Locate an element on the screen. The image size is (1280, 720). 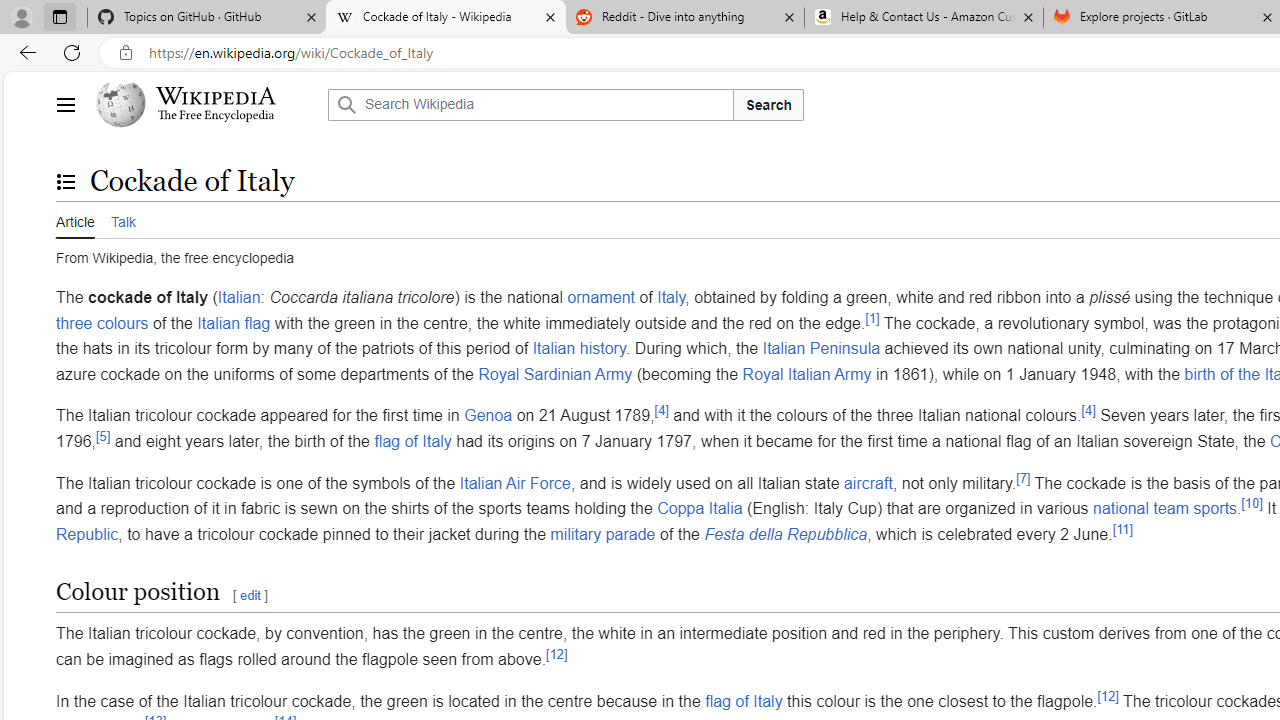
'Royal Sardinian Army' is located at coordinates (555, 374).